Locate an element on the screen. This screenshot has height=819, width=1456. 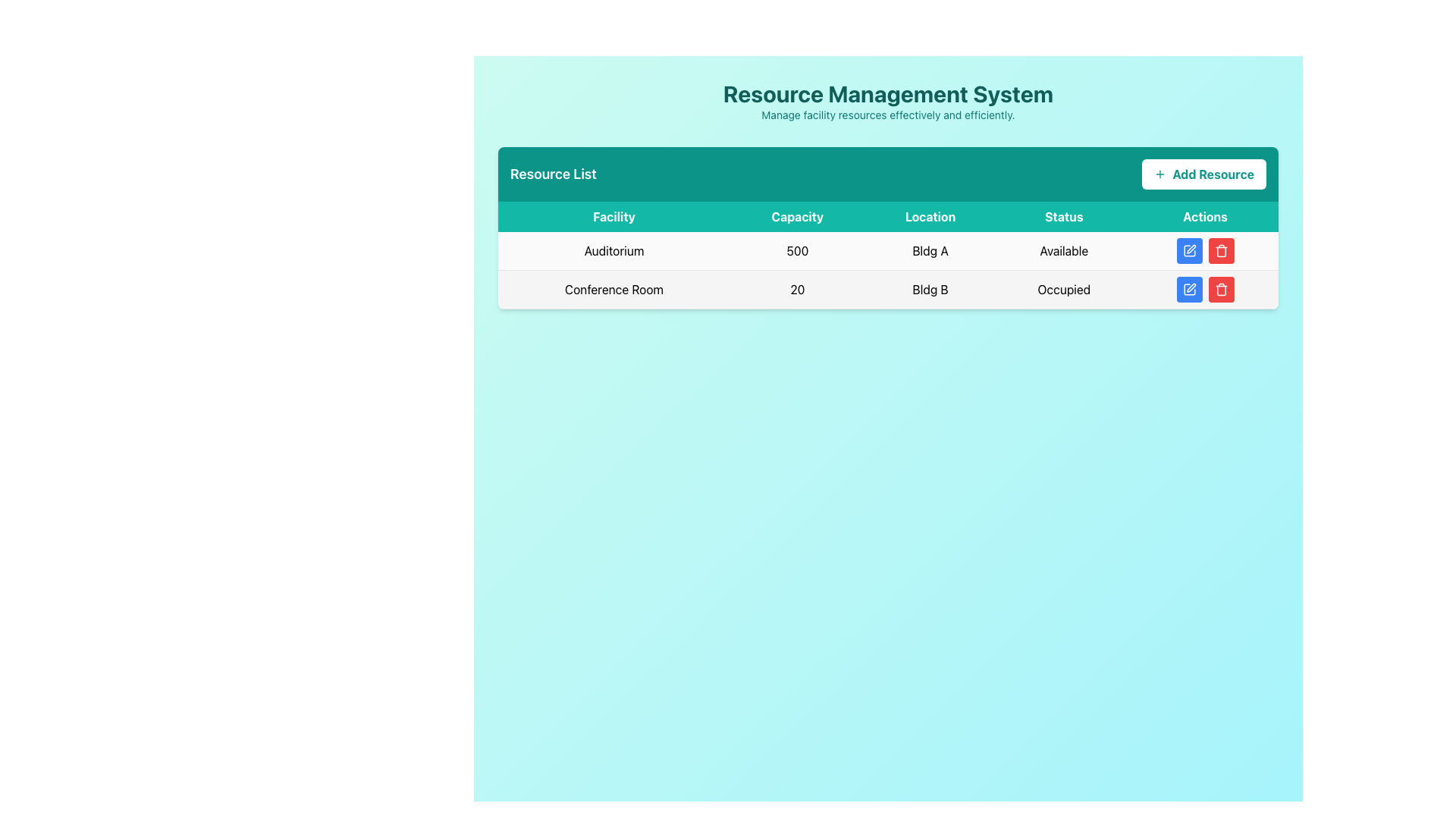
the delete button with a red background and trash icon located is located at coordinates (1221, 250).